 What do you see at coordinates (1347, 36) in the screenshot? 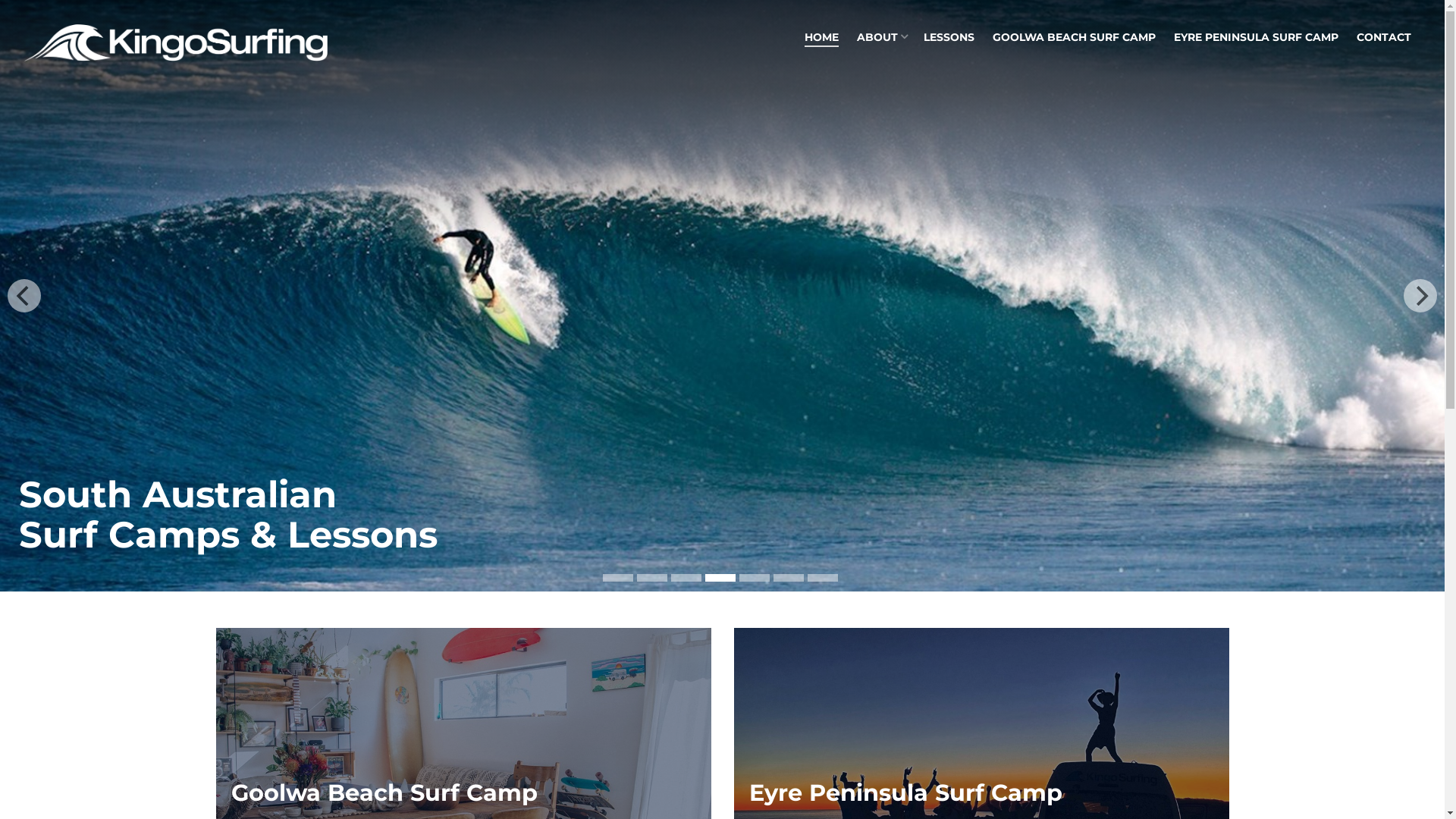
I see `'CONTACT'` at bounding box center [1347, 36].